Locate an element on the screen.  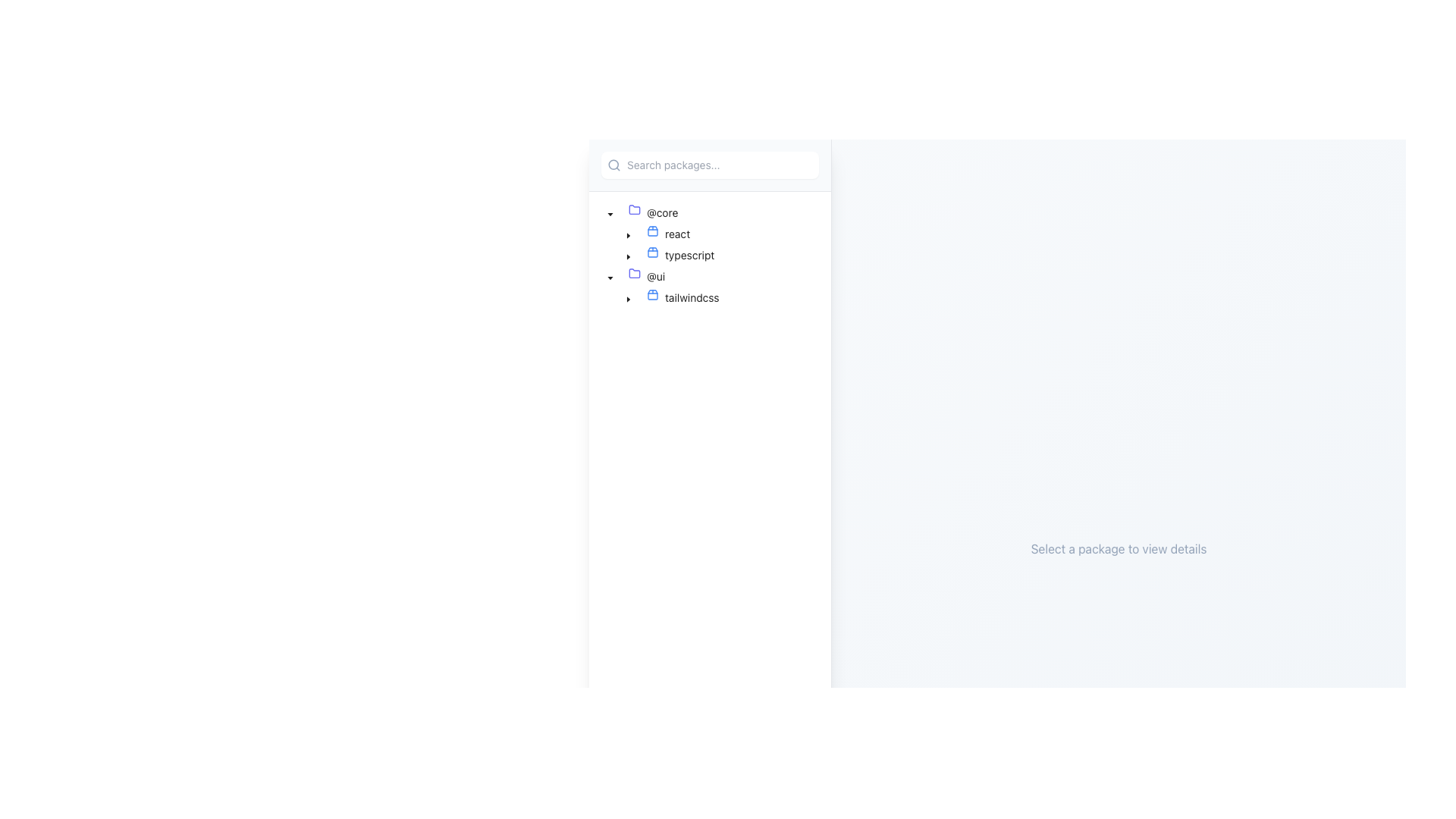
the blue box icon located within the tree structure under the 'react' item in the '@core' folder is located at coordinates (652, 231).